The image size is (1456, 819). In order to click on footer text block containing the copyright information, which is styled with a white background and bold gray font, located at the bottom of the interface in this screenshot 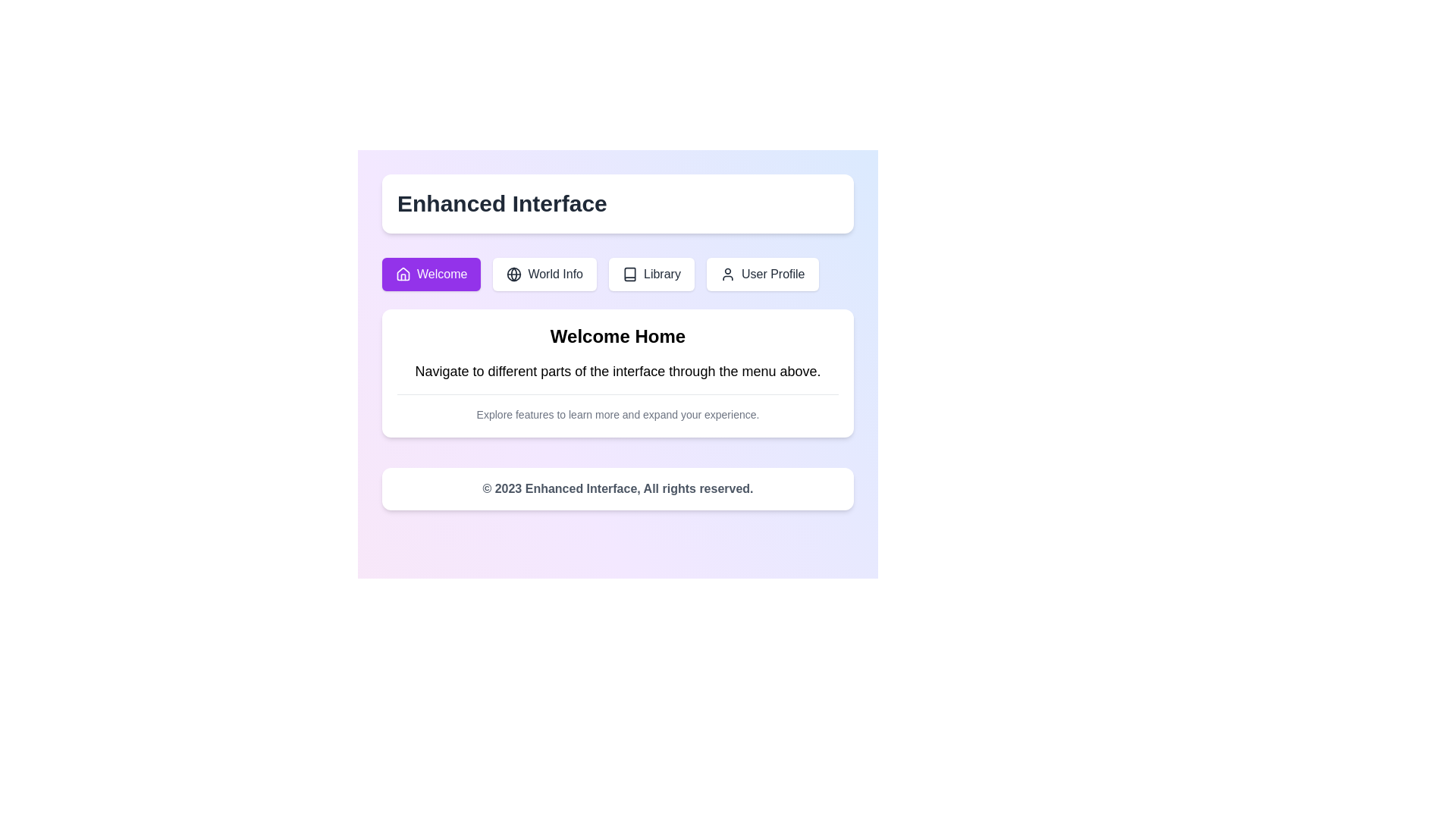, I will do `click(618, 488)`.